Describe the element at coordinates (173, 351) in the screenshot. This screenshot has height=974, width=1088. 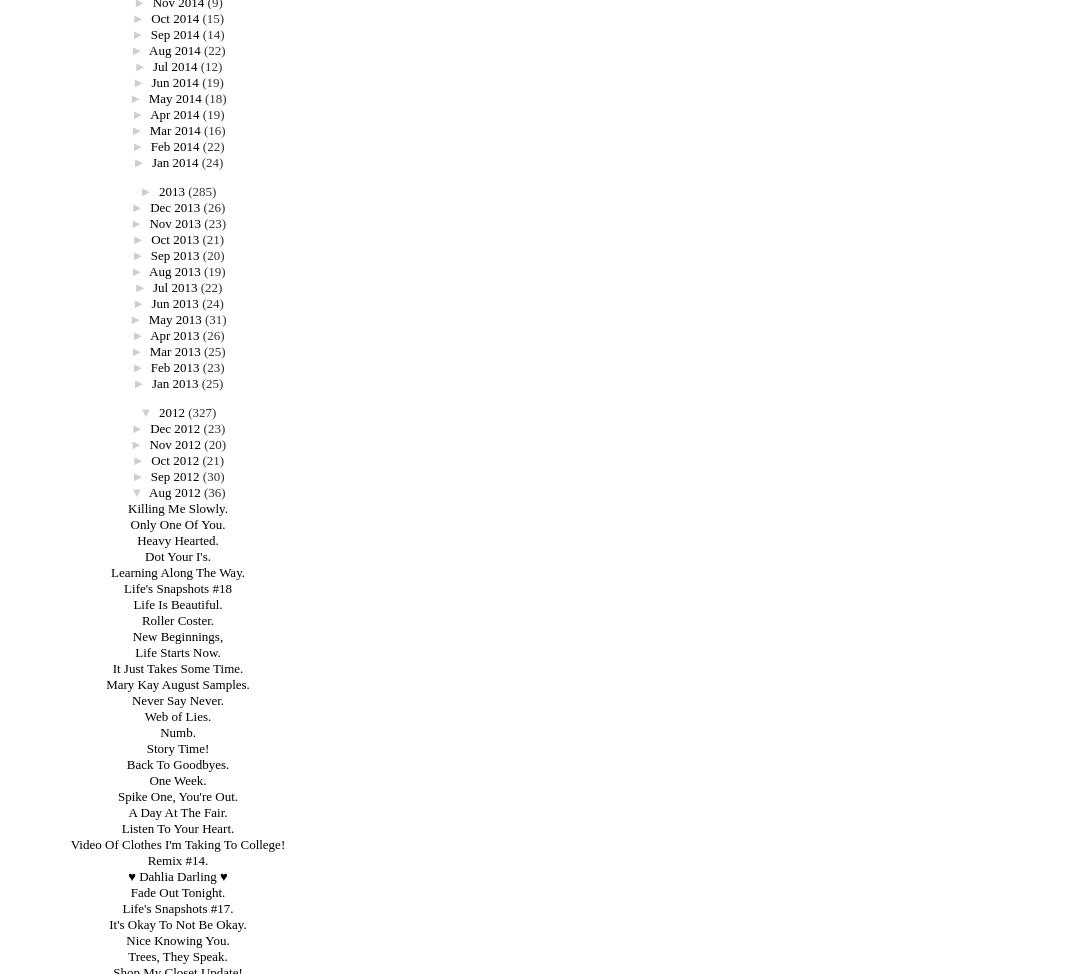
I see `'Mar 2013'` at that location.